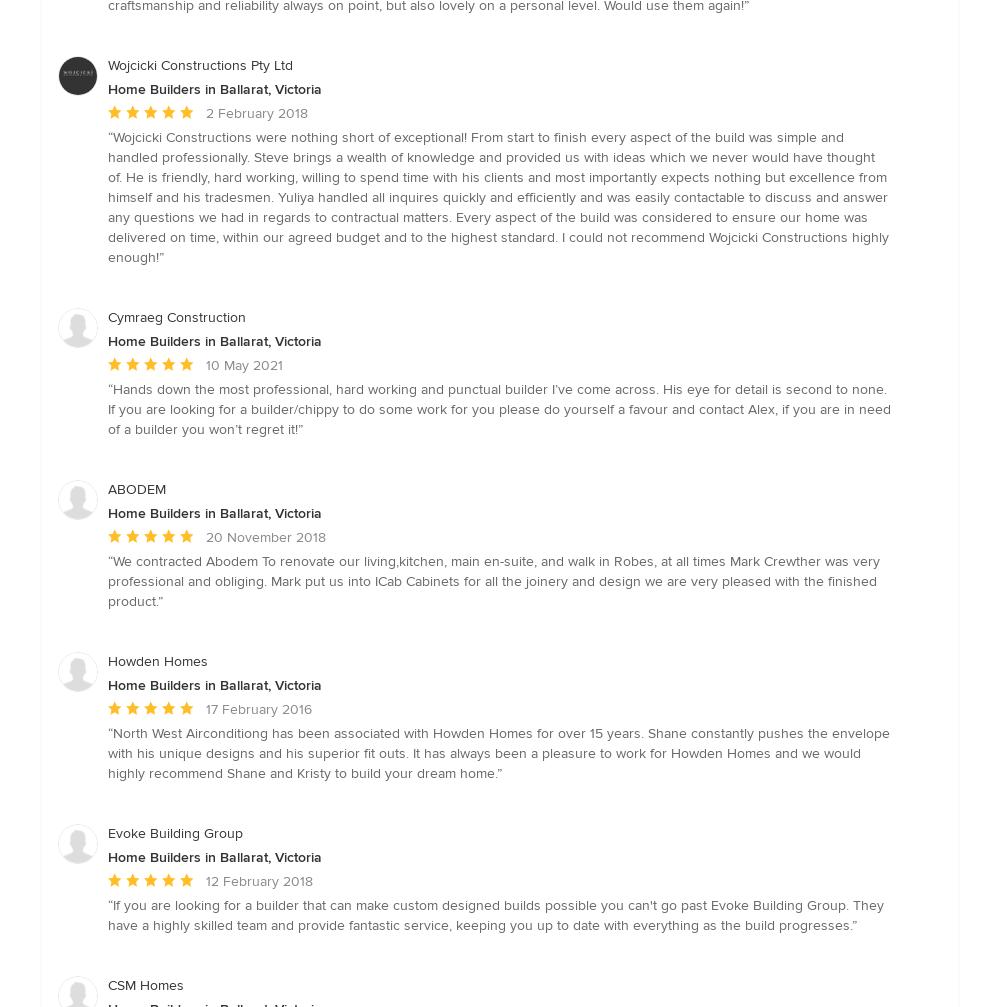 The image size is (1000, 1007). I want to click on 'If you are looking for a builder that can make custom designed builds possible you can't go past Evoke Building Group. They have a highly skilled team and provide fantastic service, keeping you up to date with everything as the build progresses.', so click(495, 913).